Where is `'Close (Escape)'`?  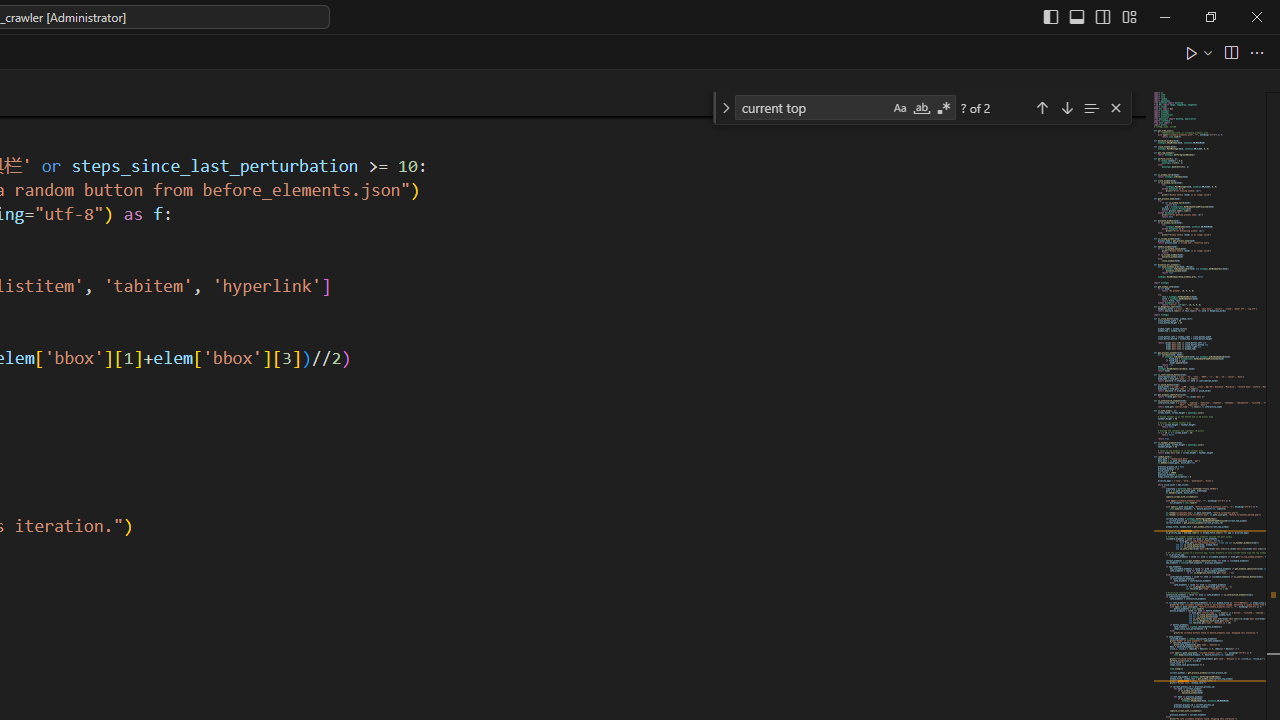
'Close (Escape)' is located at coordinates (1114, 108).